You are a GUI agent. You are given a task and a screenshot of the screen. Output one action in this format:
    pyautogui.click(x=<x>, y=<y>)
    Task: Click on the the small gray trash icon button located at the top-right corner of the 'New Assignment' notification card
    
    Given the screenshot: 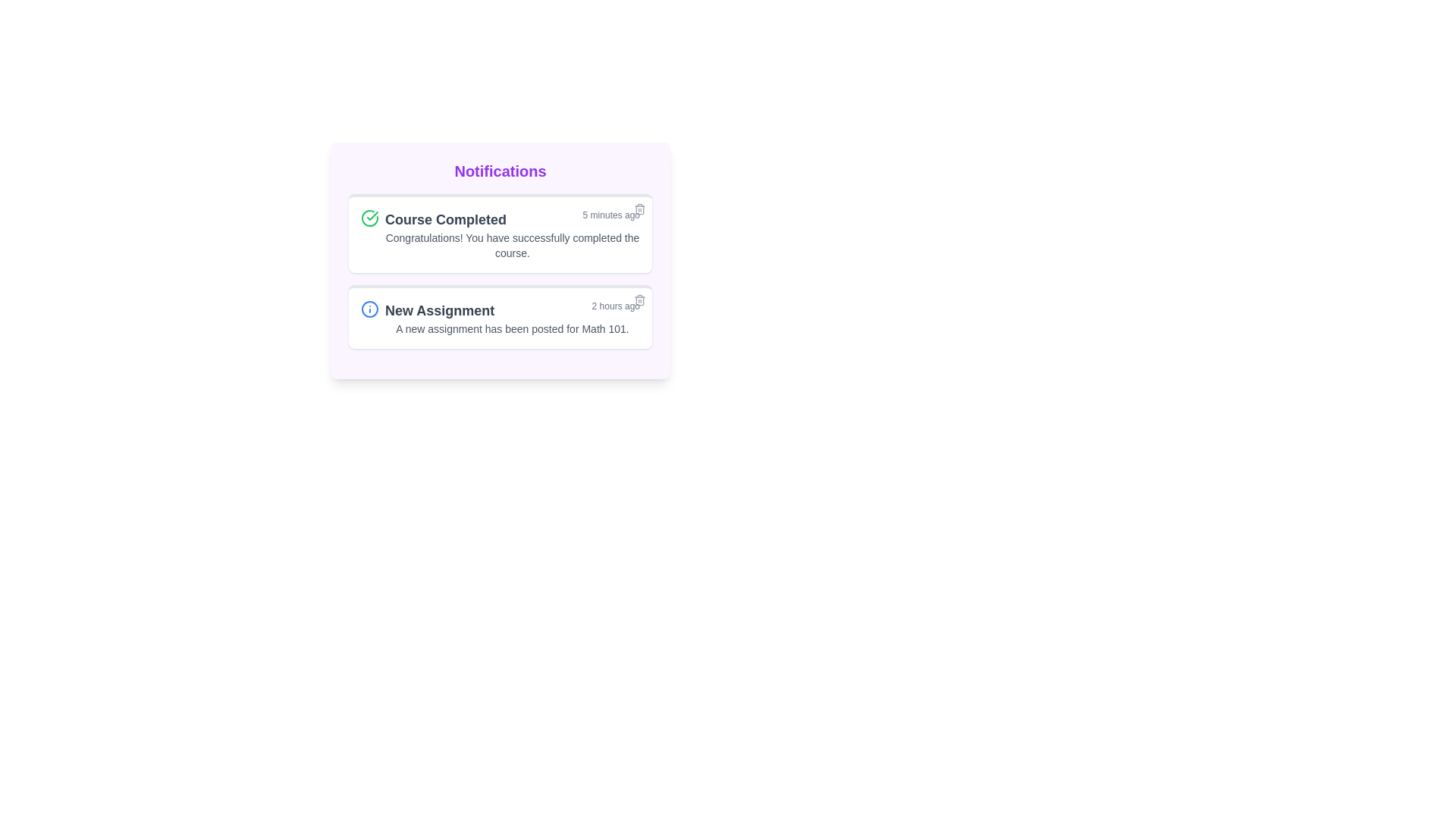 What is the action you would take?
    pyautogui.click(x=640, y=300)
    